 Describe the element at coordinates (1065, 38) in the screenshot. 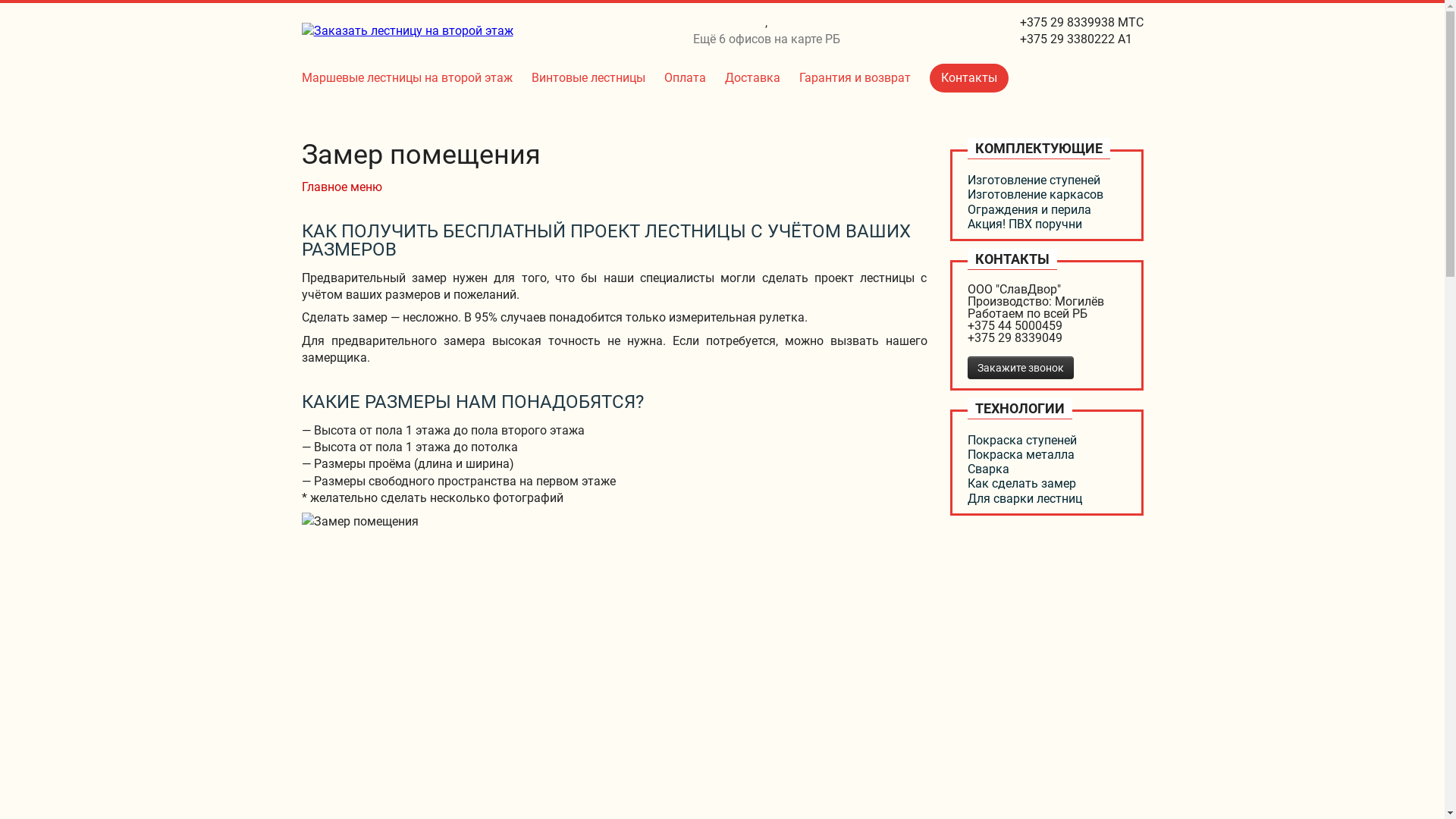

I see `'+375 29 3380222'` at that location.